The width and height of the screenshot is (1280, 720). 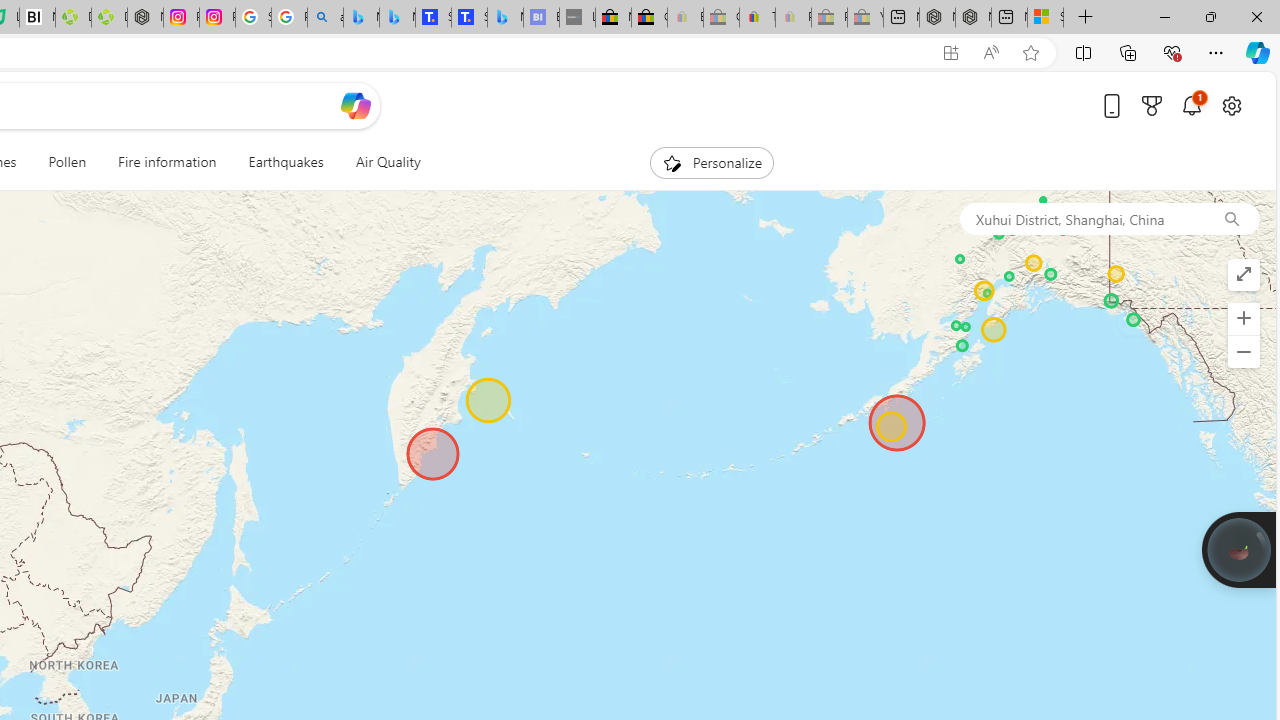 I want to click on 'Open settings', so click(x=1231, y=105).